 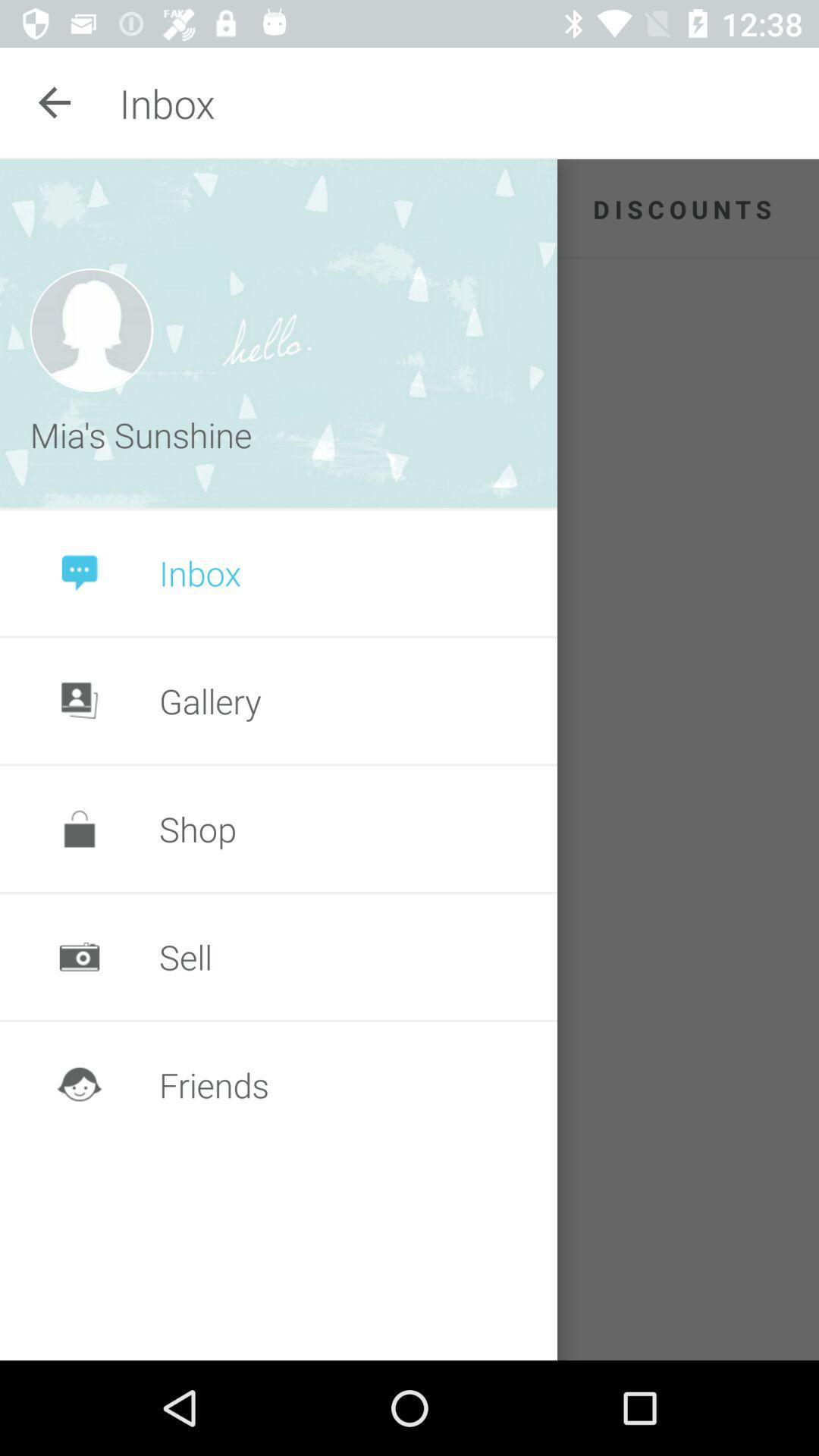 What do you see at coordinates (214, 1084) in the screenshot?
I see `the friends` at bounding box center [214, 1084].